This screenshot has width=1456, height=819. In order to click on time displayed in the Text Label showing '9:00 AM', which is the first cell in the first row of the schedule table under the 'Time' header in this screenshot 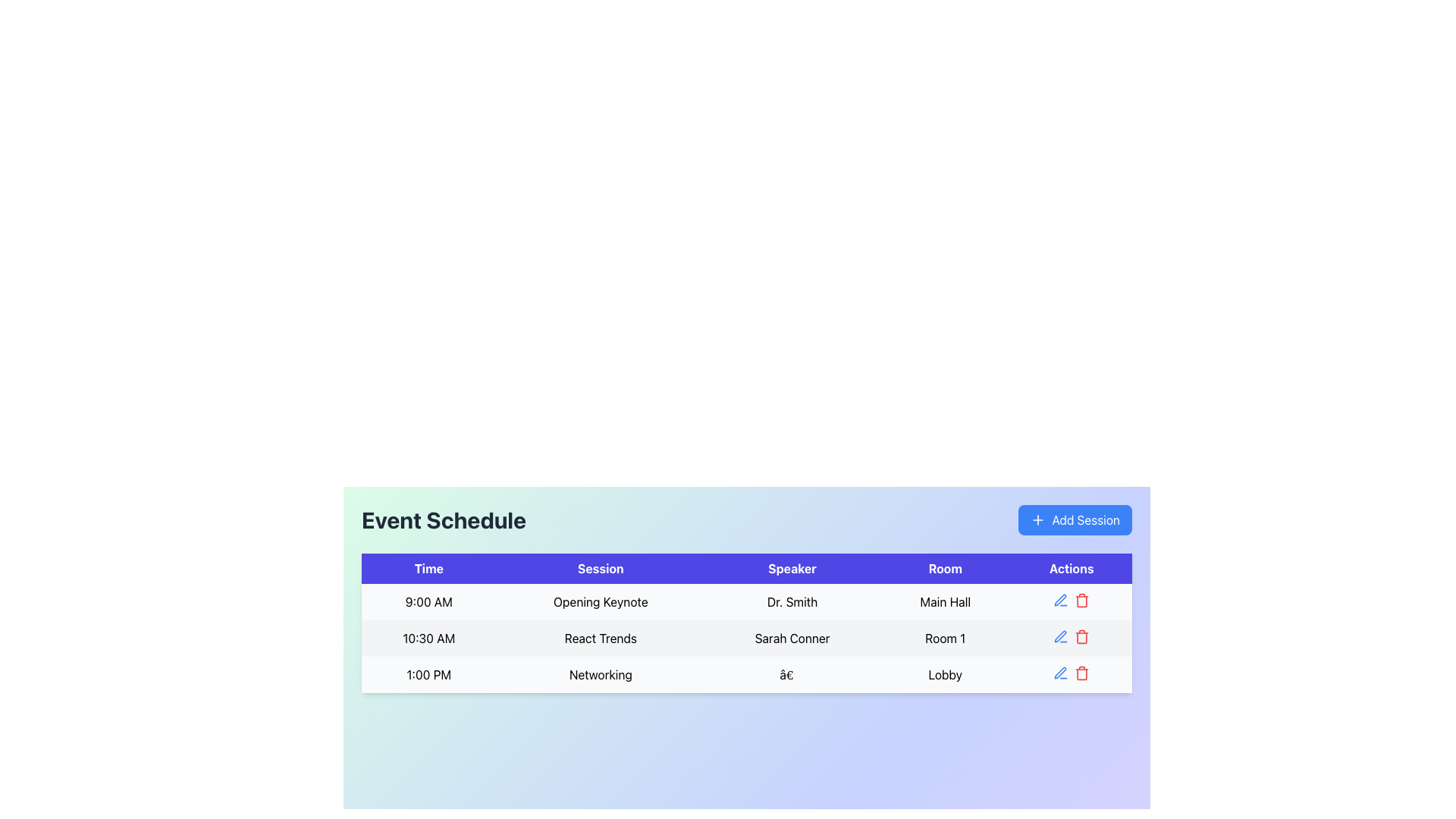, I will do `click(428, 601)`.